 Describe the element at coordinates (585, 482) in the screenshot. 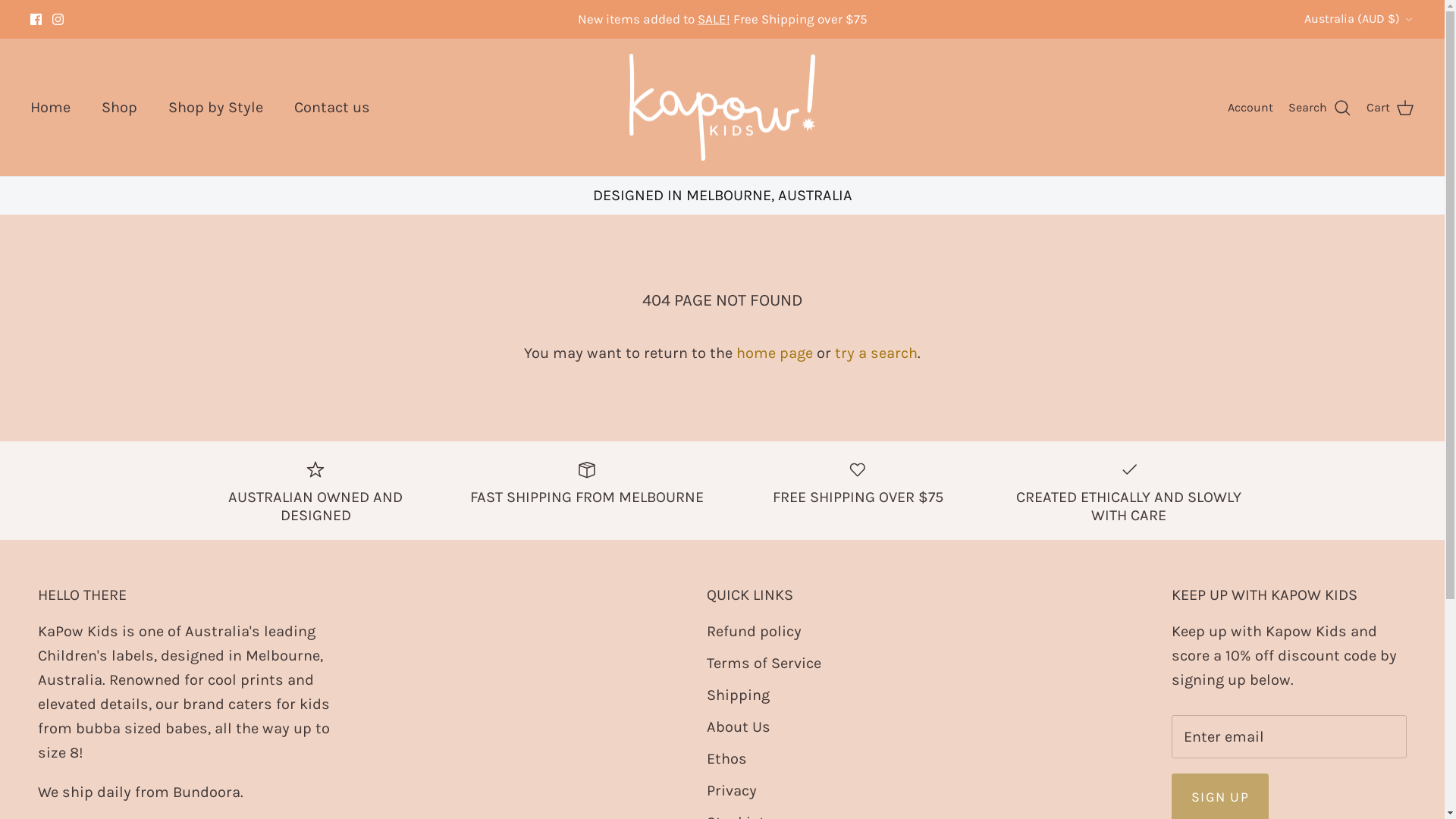

I see `'FAST SHIPPING FROM MELBOURNE'` at that location.